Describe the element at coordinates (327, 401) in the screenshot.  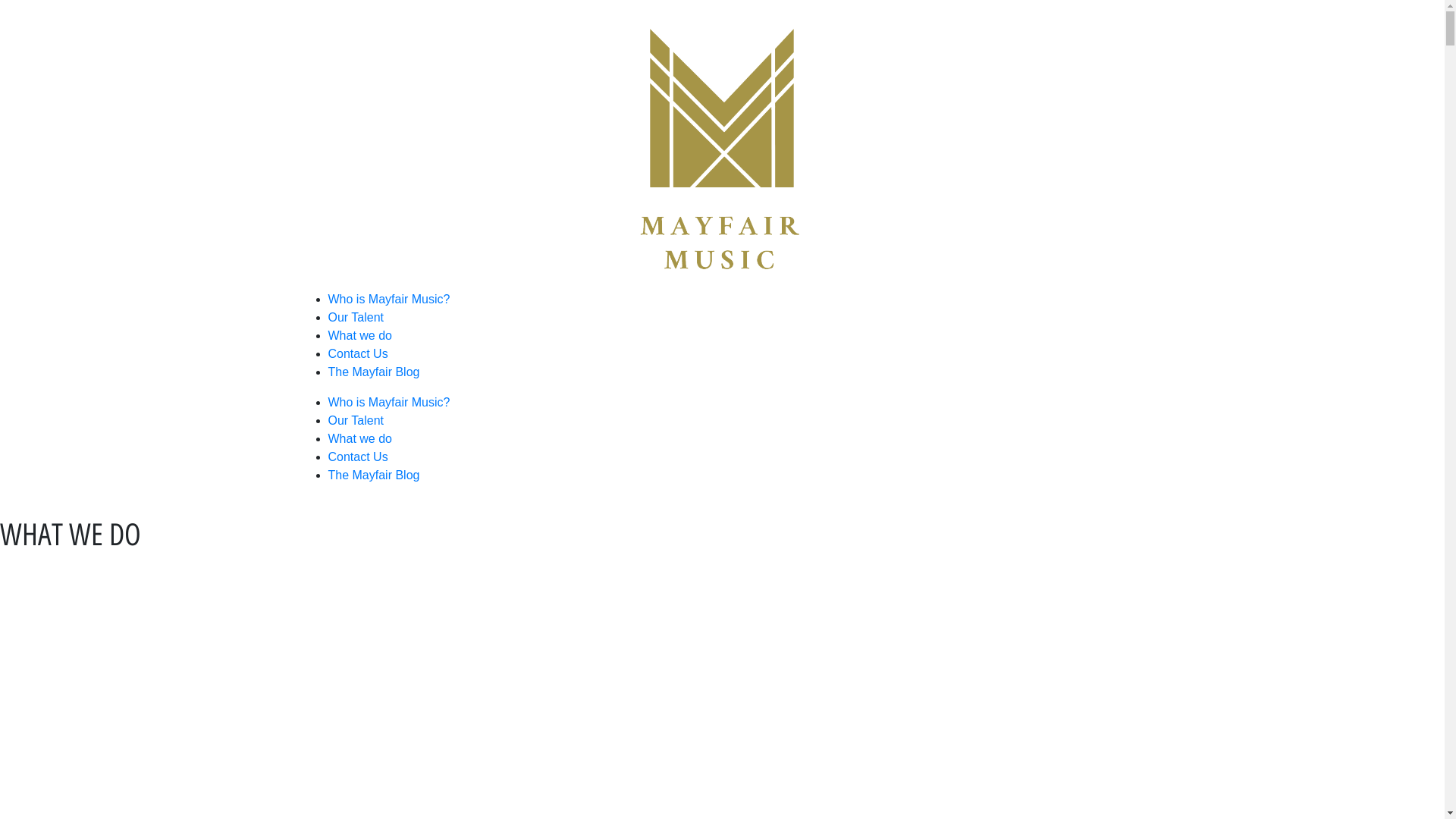
I see `'Who is Mayfair Music?'` at that location.